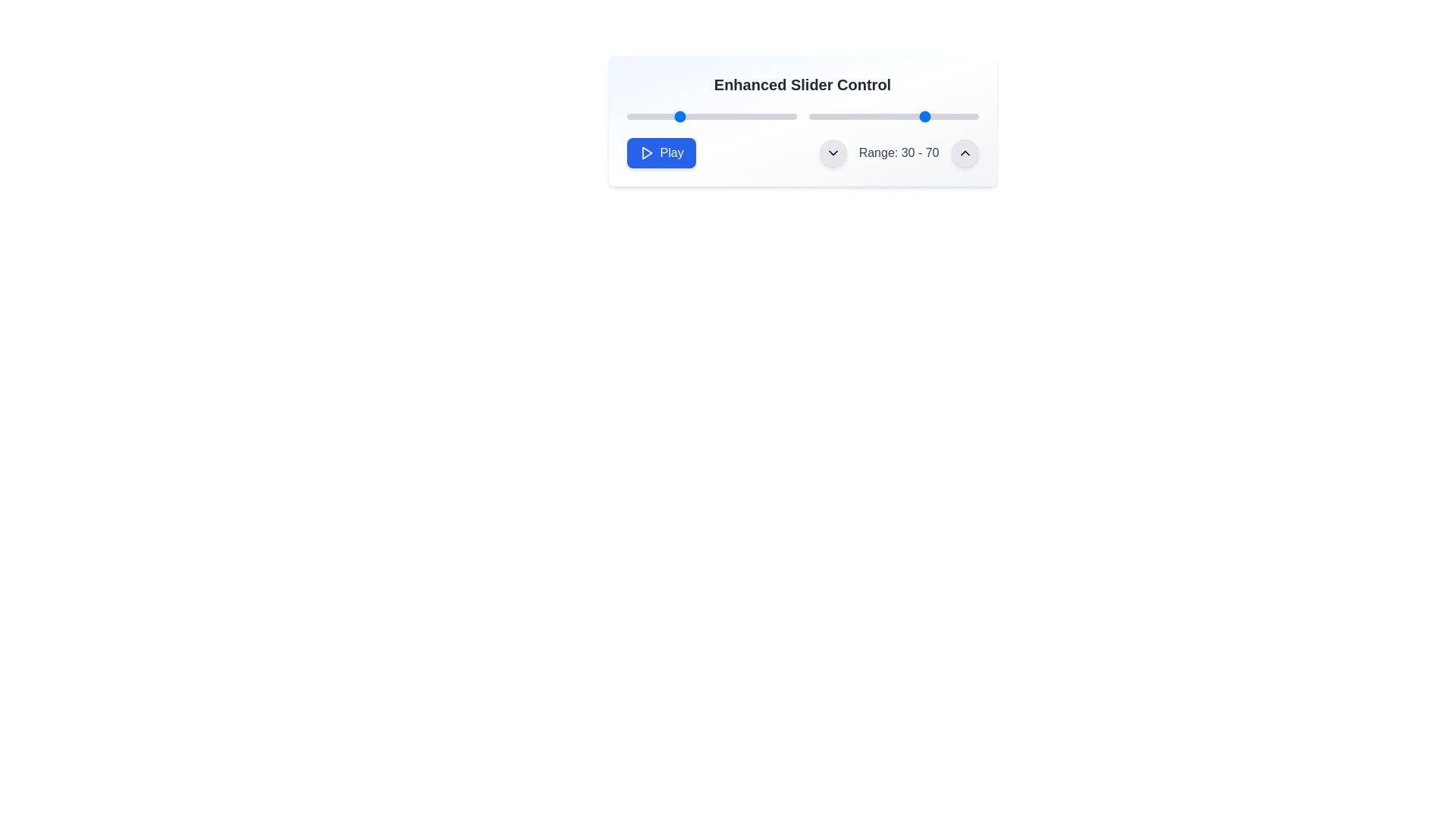  I want to click on the slider value, so click(842, 116).